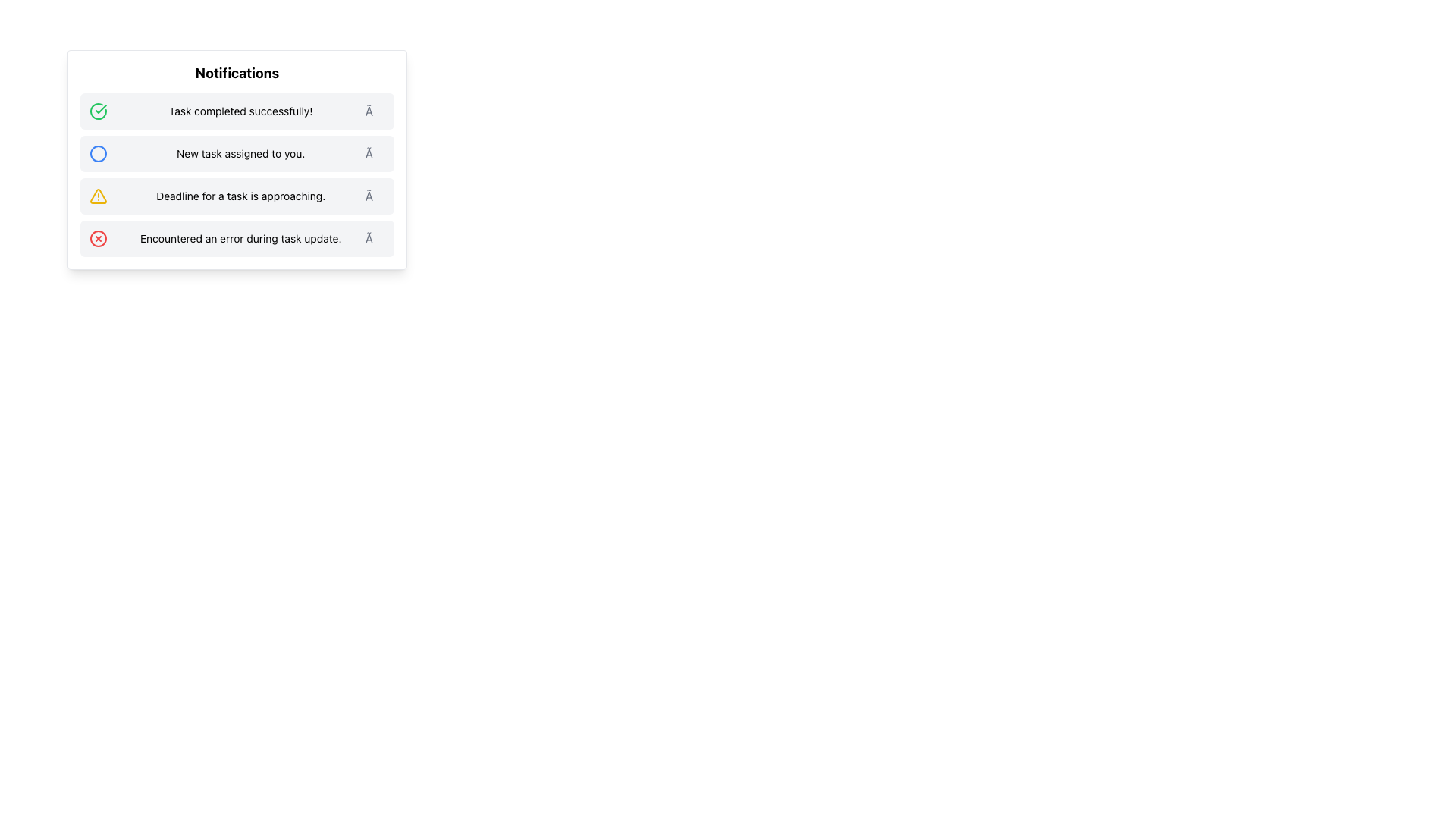 The width and height of the screenshot is (1456, 819). I want to click on static text component that displays 'Task completed successfully!' within the notification box, so click(240, 110).